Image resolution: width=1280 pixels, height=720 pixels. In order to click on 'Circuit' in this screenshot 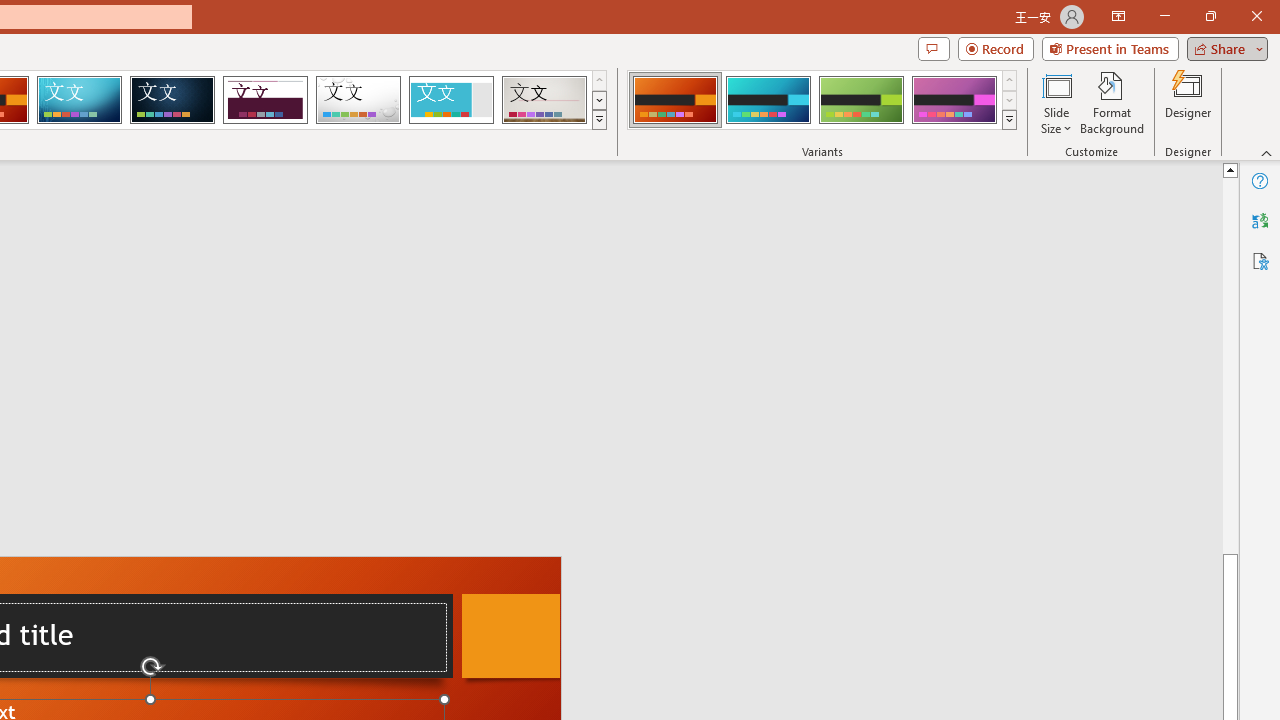, I will do `click(79, 100)`.